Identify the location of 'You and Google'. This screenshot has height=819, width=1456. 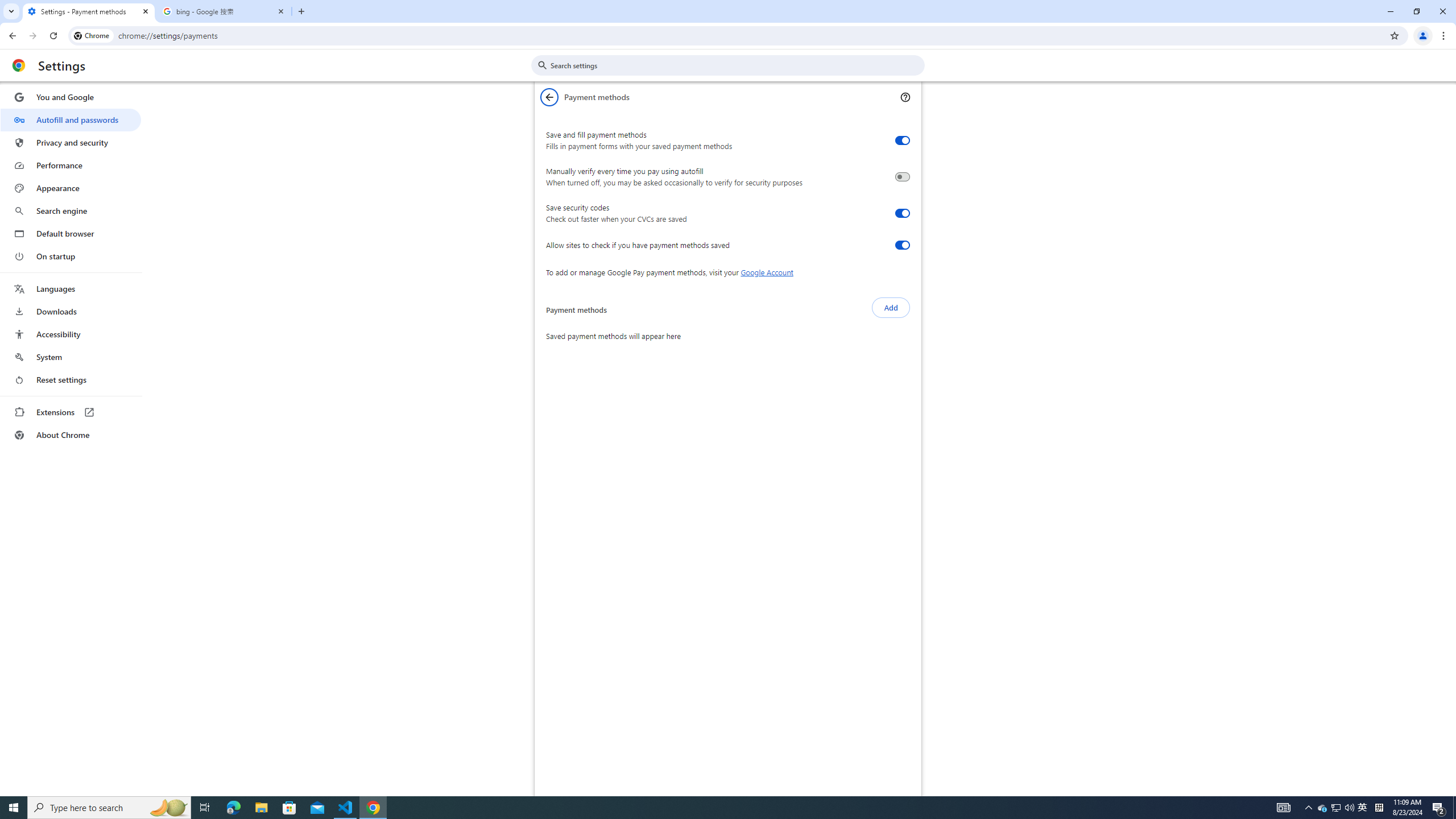
(70, 97).